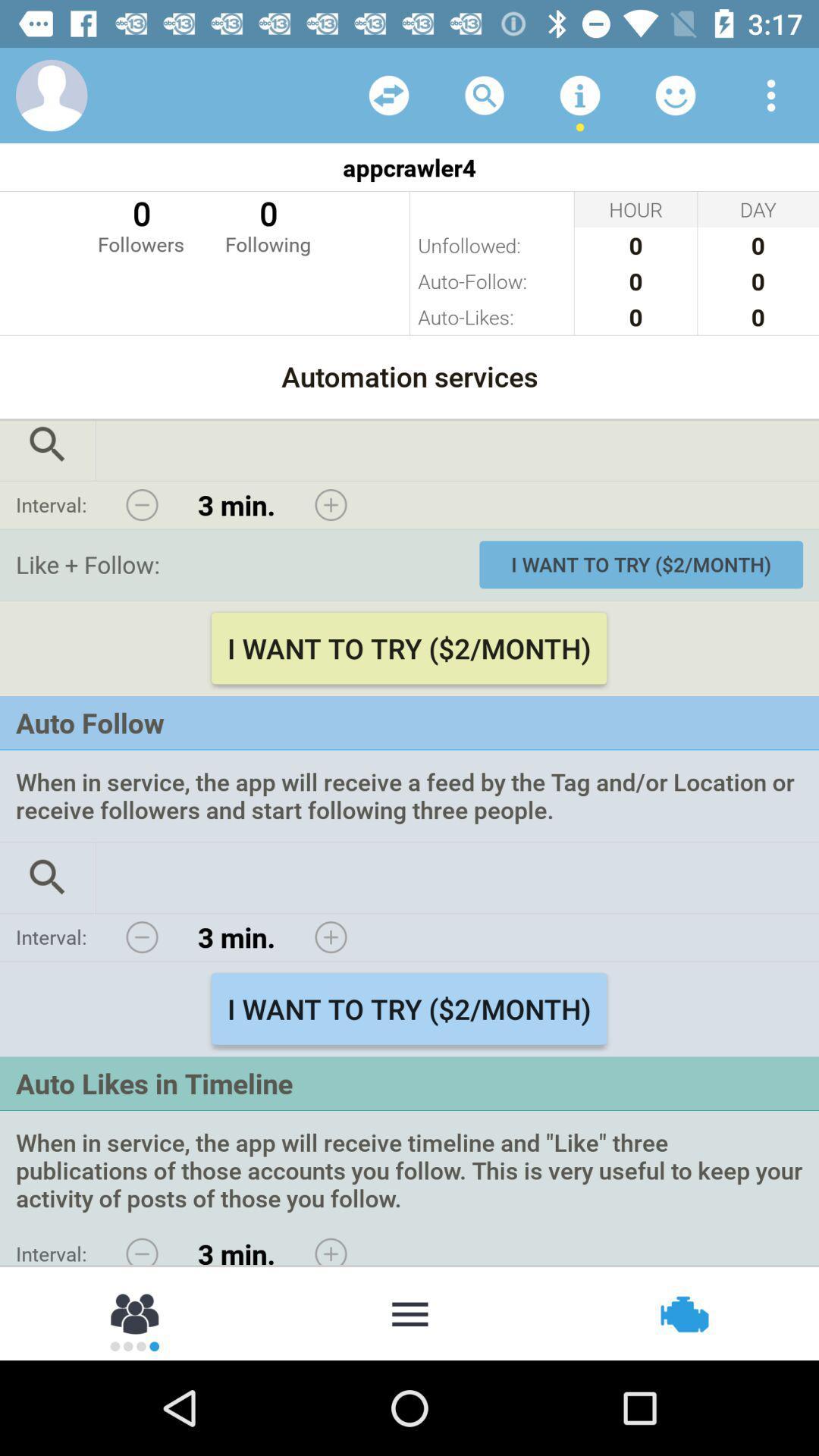 This screenshot has width=819, height=1456. I want to click on person, so click(135, 1312).